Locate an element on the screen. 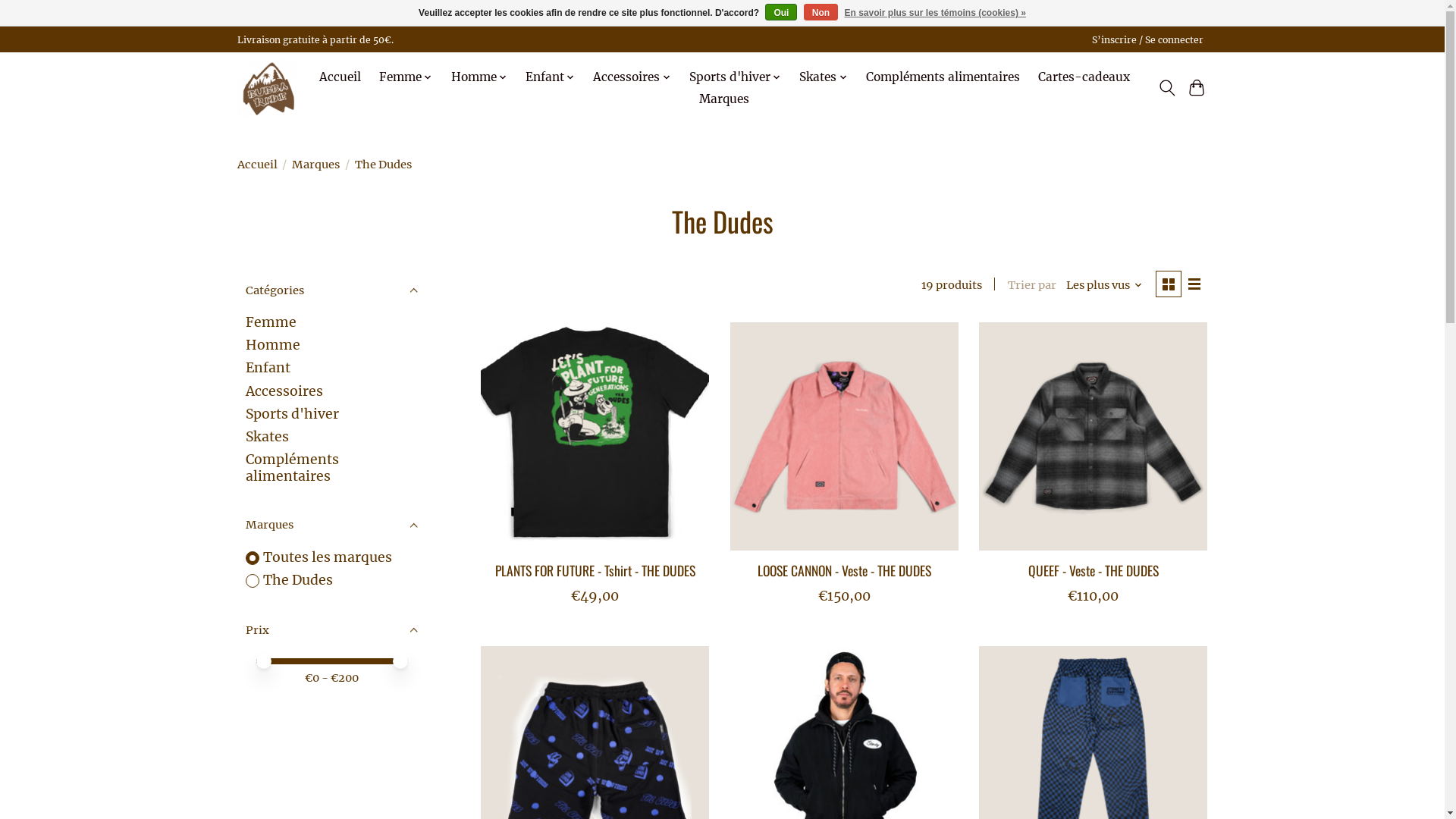 This screenshot has width=1456, height=819. 'The Dudes QUEEF - Veste - THE DUDES' is located at coordinates (1093, 436).